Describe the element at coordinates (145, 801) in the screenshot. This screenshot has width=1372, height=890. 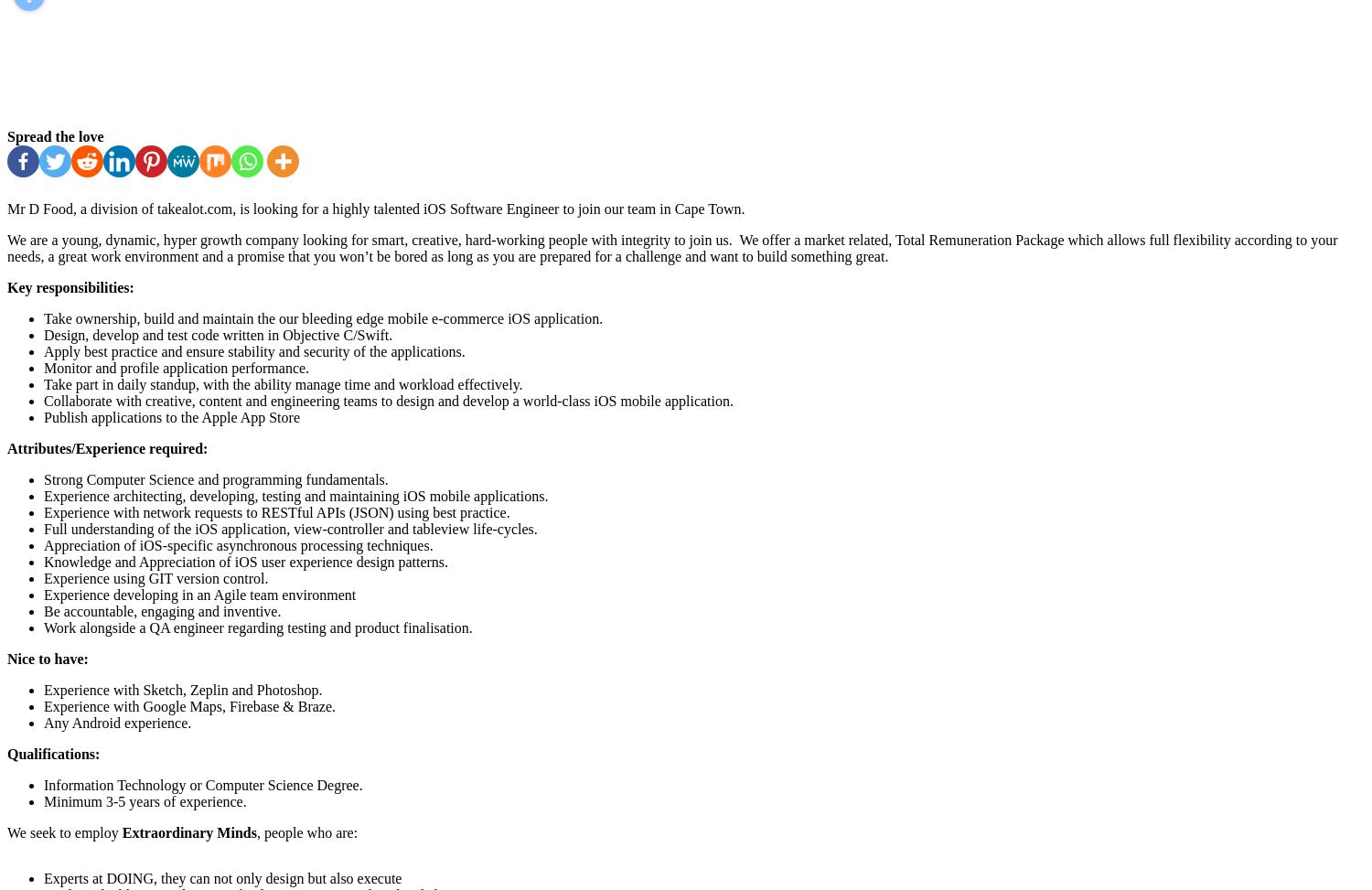
I see `'Minimum 3-5 years of experience.'` at that location.